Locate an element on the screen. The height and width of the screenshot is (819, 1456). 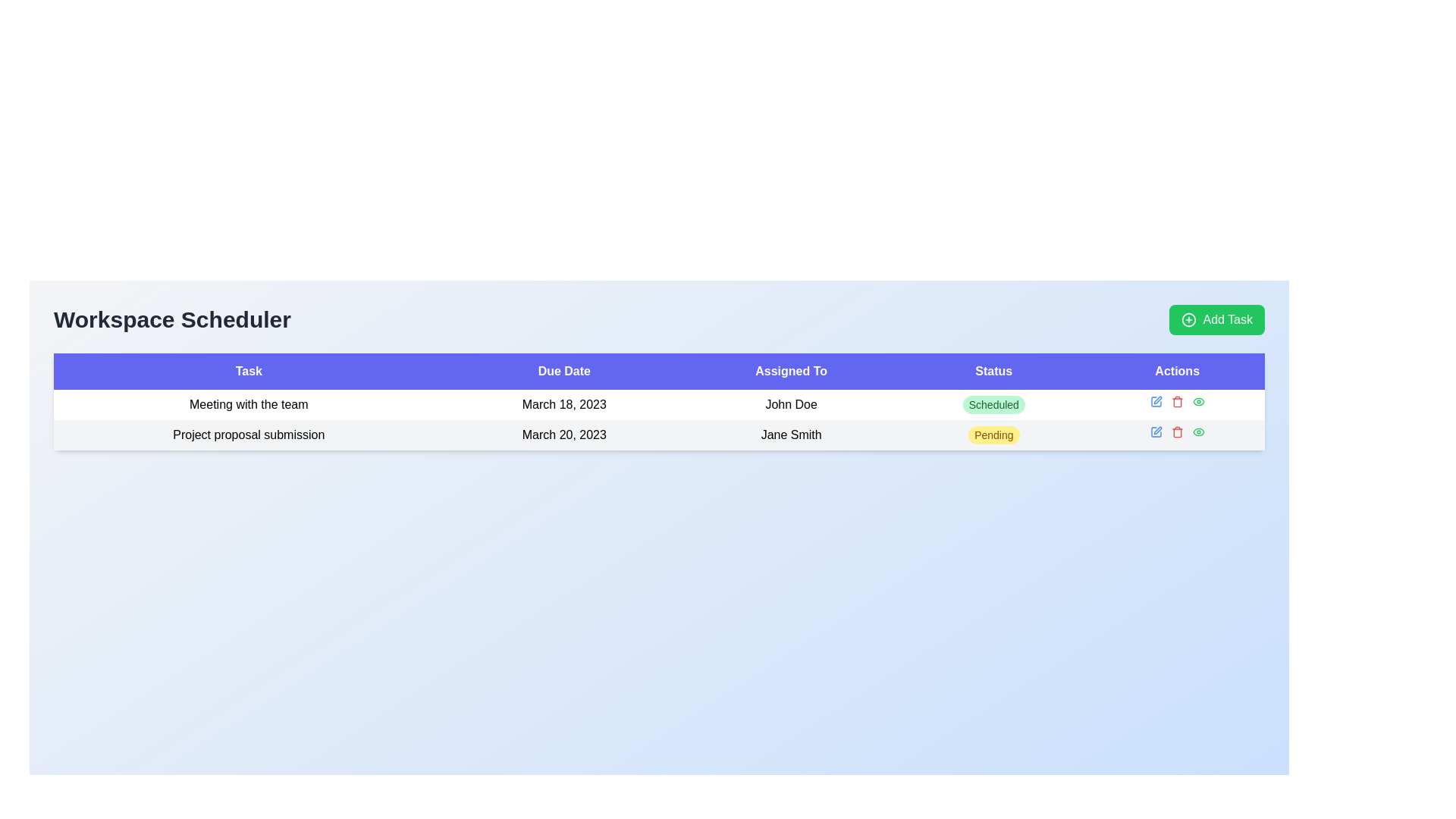
the action button in the 'Actions' column of the second row in the table is located at coordinates (1197, 432).